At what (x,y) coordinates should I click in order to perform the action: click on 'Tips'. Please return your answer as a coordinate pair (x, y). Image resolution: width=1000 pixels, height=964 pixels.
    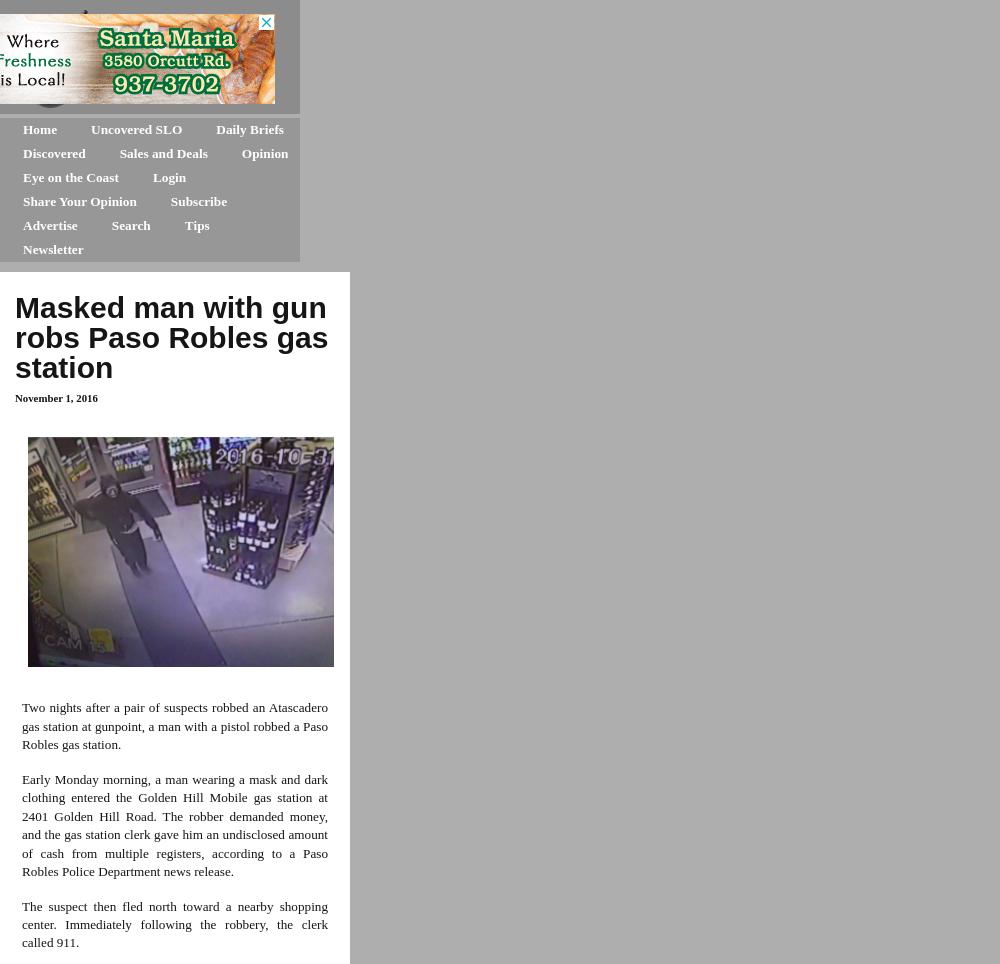
    Looking at the image, I should click on (195, 225).